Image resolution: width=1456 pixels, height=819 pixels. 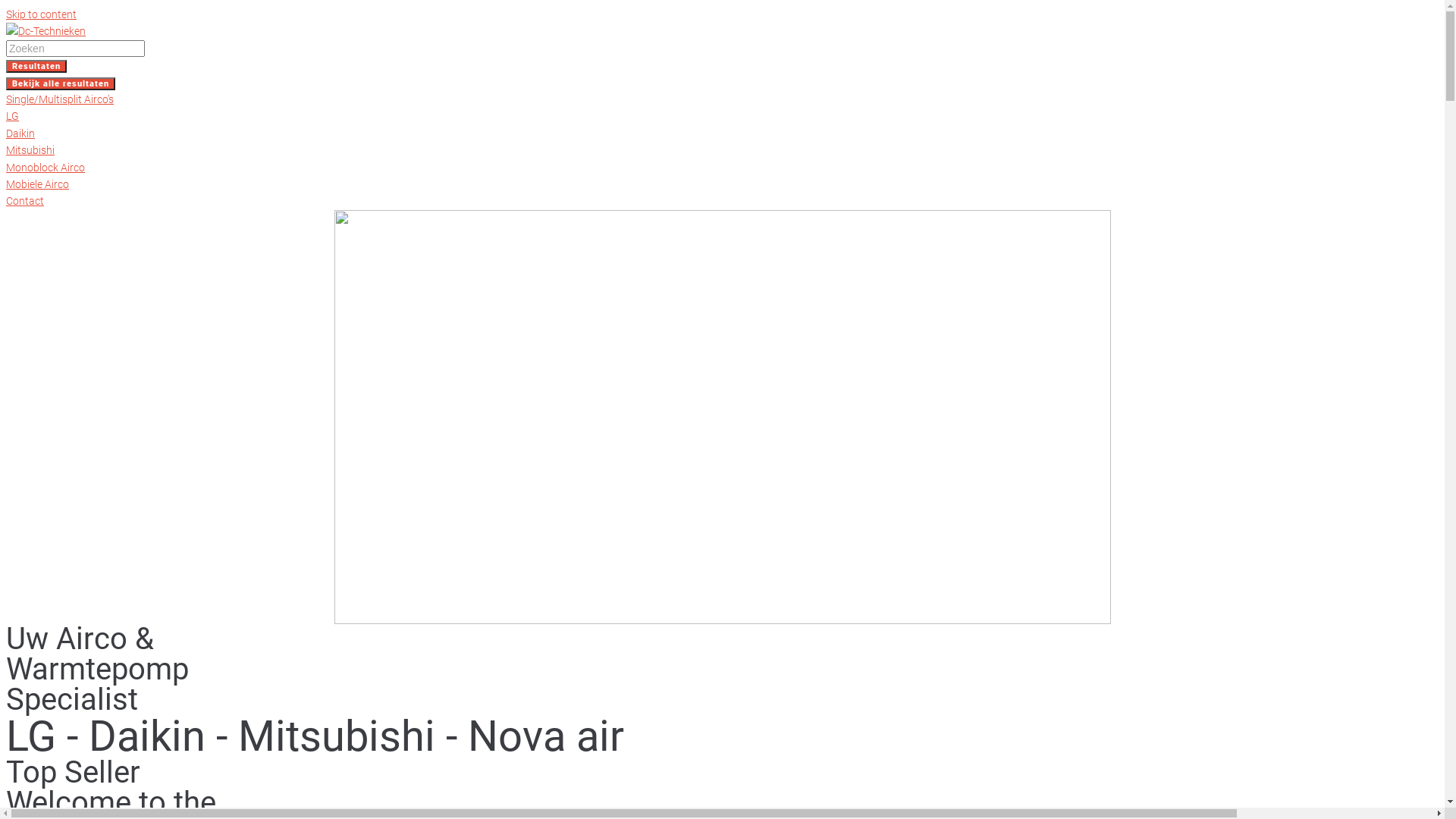 I want to click on 'LG', so click(x=12, y=115).